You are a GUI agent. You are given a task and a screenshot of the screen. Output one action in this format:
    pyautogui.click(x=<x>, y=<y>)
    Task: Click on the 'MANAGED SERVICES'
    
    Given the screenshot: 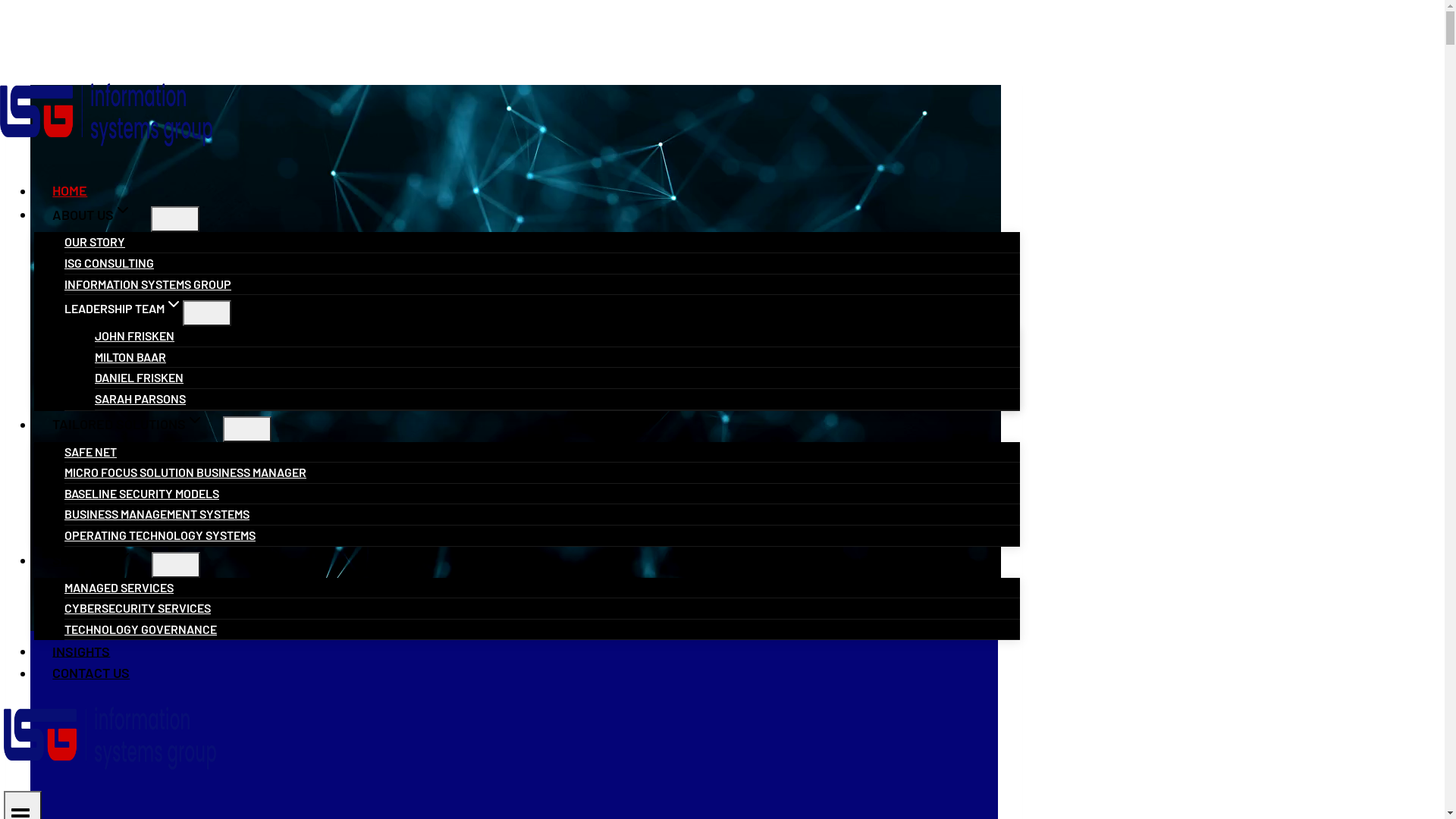 What is the action you would take?
    pyautogui.click(x=118, y=586)
    